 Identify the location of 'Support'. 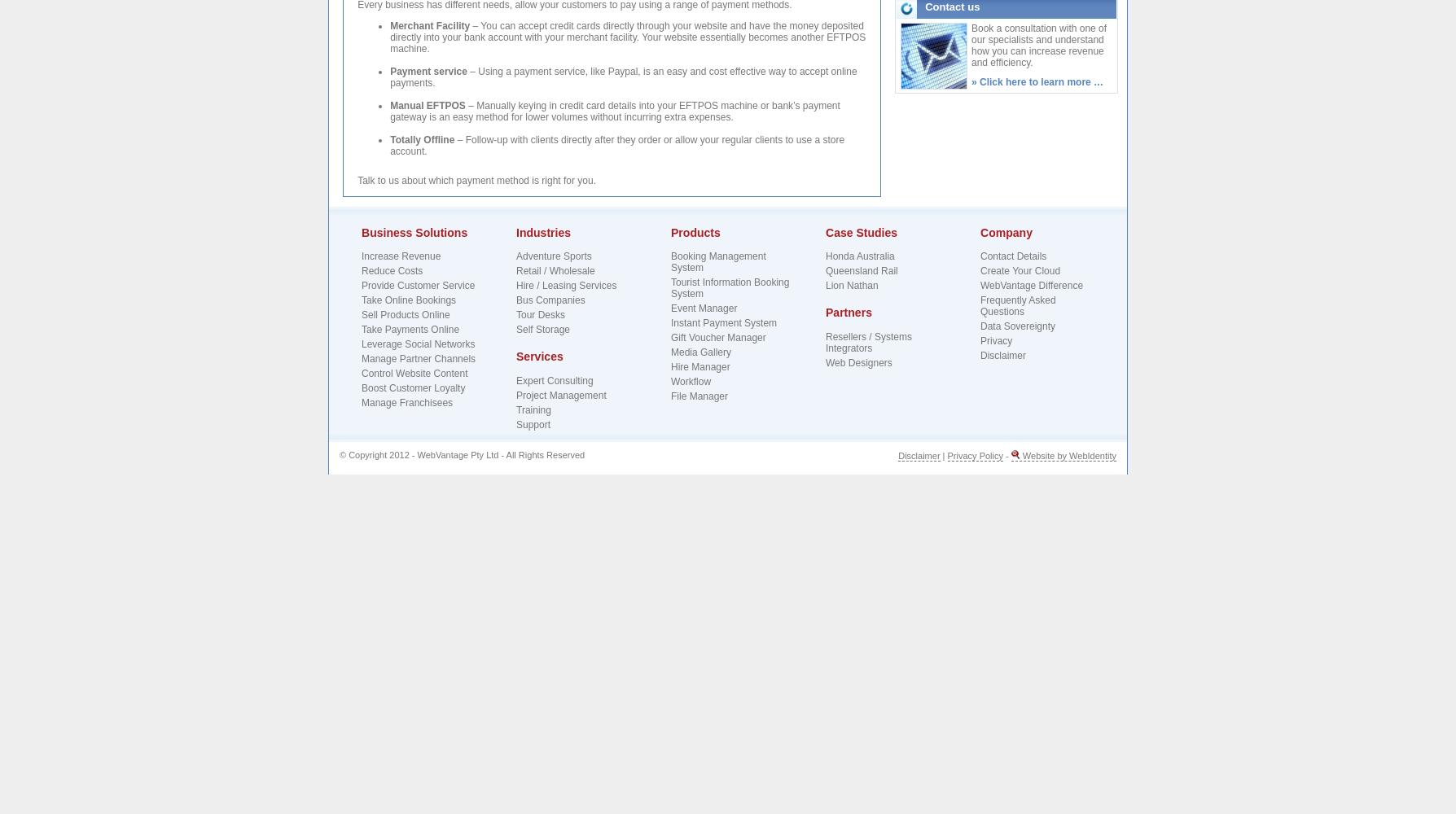
(533, 424).